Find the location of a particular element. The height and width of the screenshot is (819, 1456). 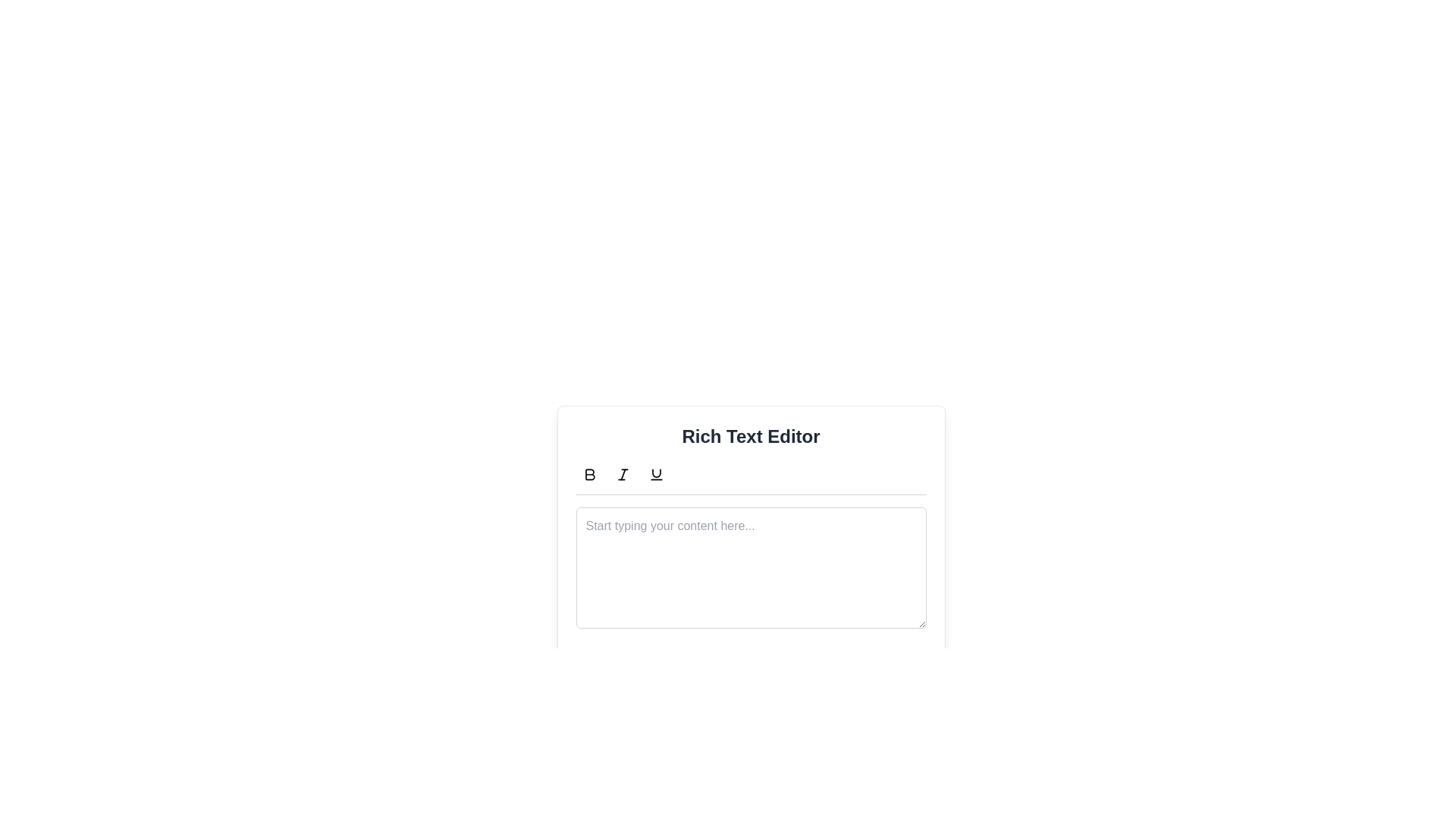

the underlining button located in the toolbar of the rich text editor, positioned to the right of the bold and italic buttons, to apply underlining to the selected text is located at coordinates (656, 473).